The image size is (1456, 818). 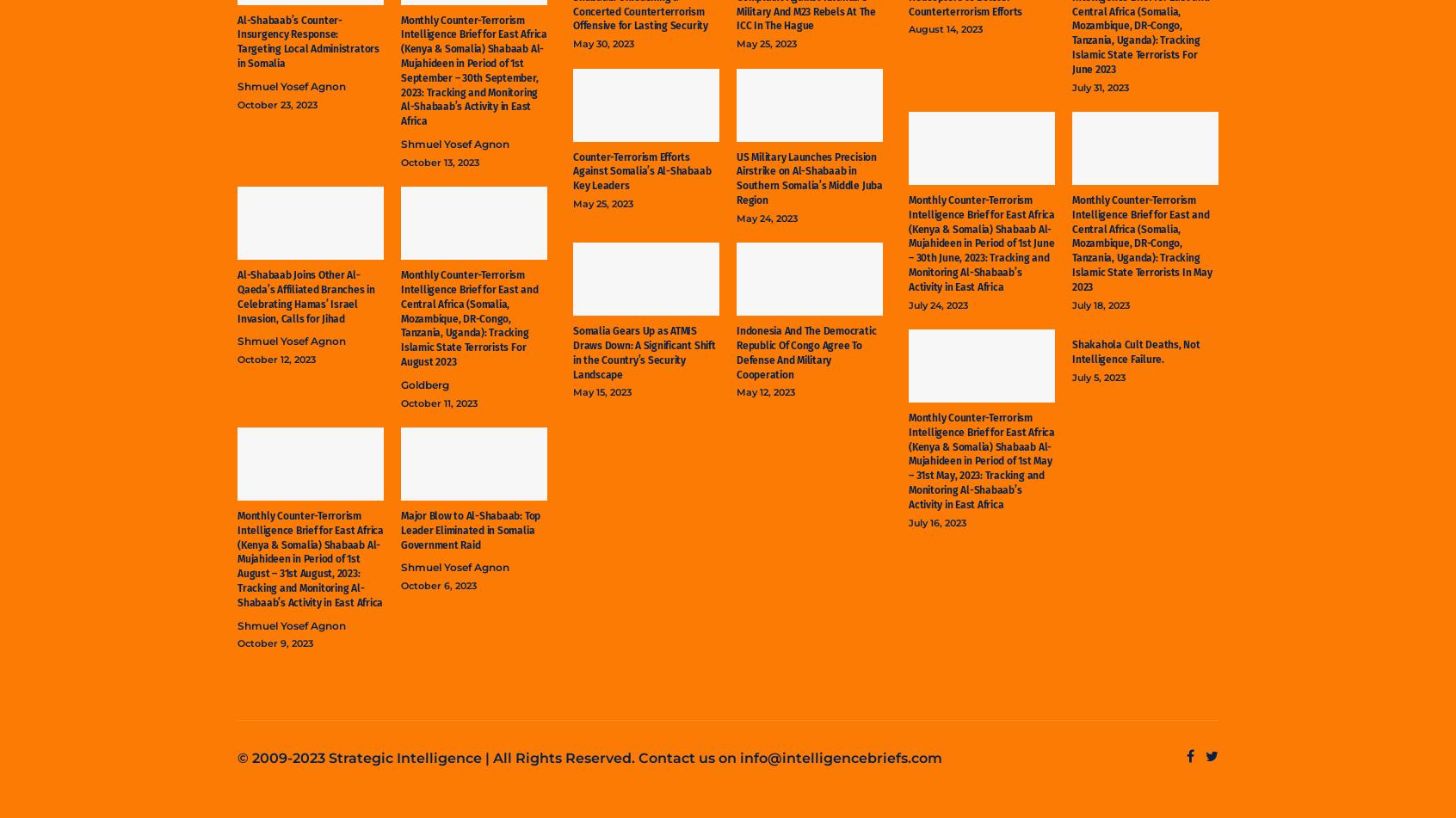 What do you see at coordinates (274, 642) in the screenshot?
I see `'October 9, 2023'` at bounding box center [274, 642].